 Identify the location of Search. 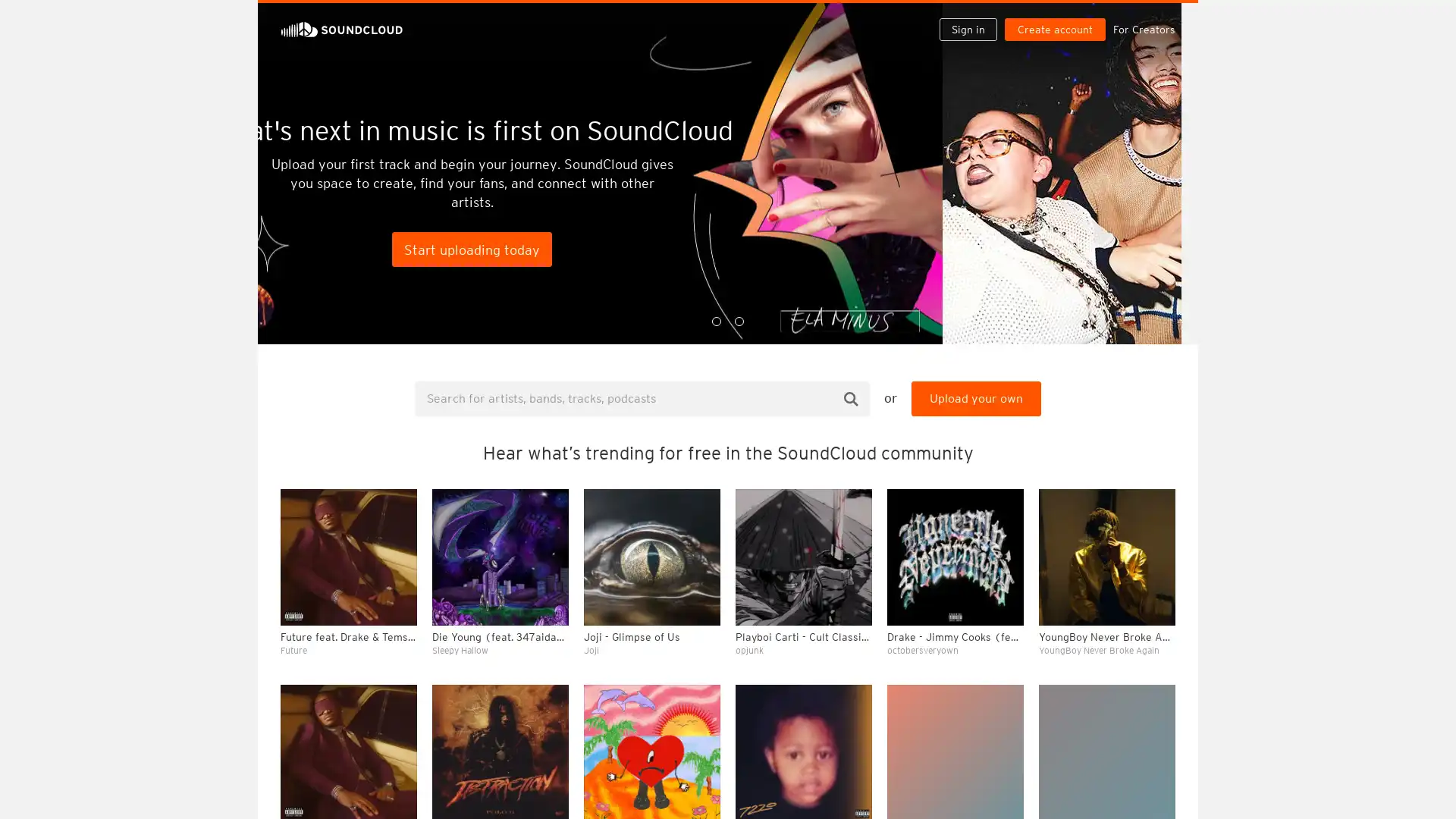
(919, 17).